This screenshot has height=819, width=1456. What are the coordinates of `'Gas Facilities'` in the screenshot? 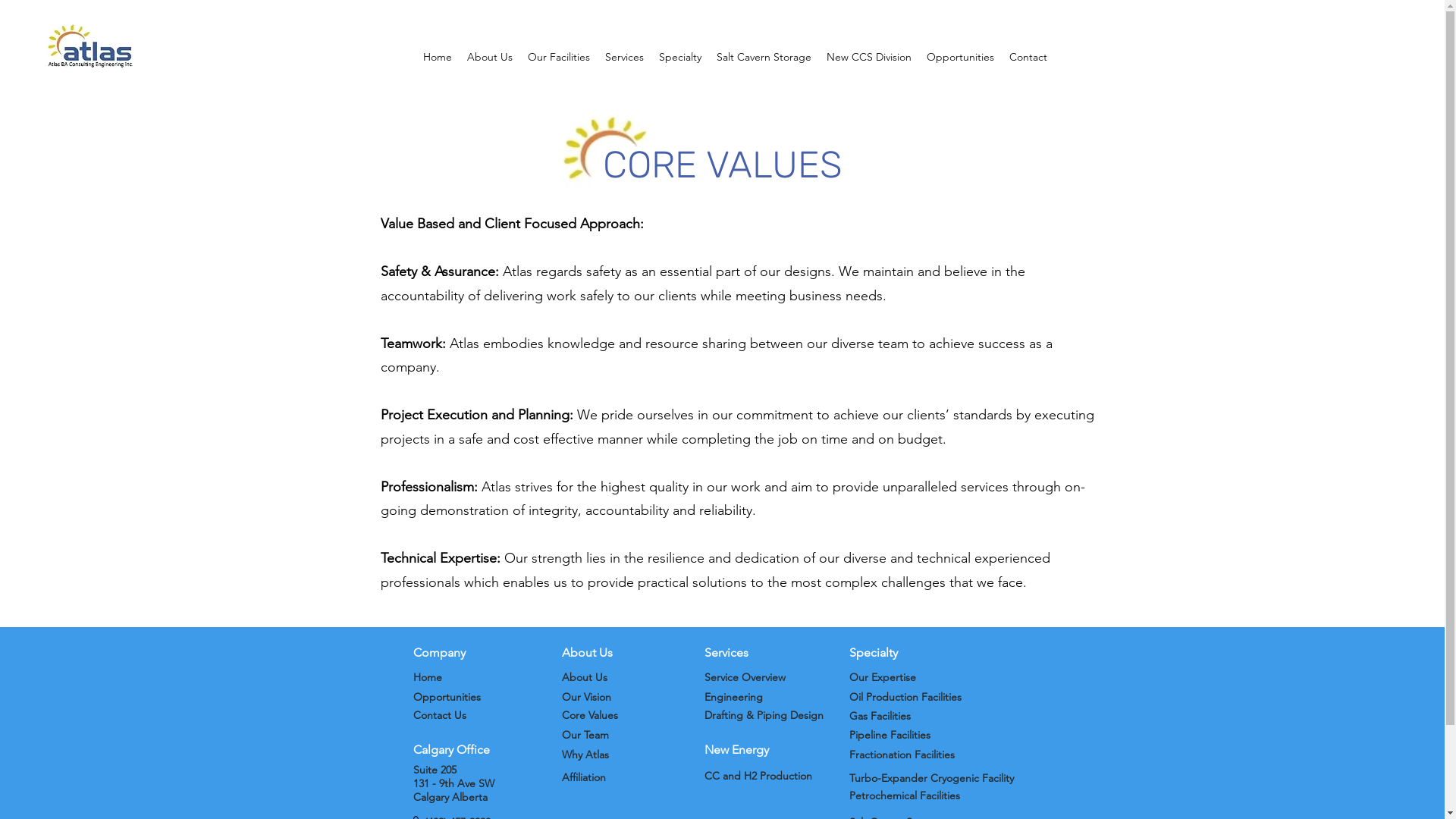 It's located at (880, 716).